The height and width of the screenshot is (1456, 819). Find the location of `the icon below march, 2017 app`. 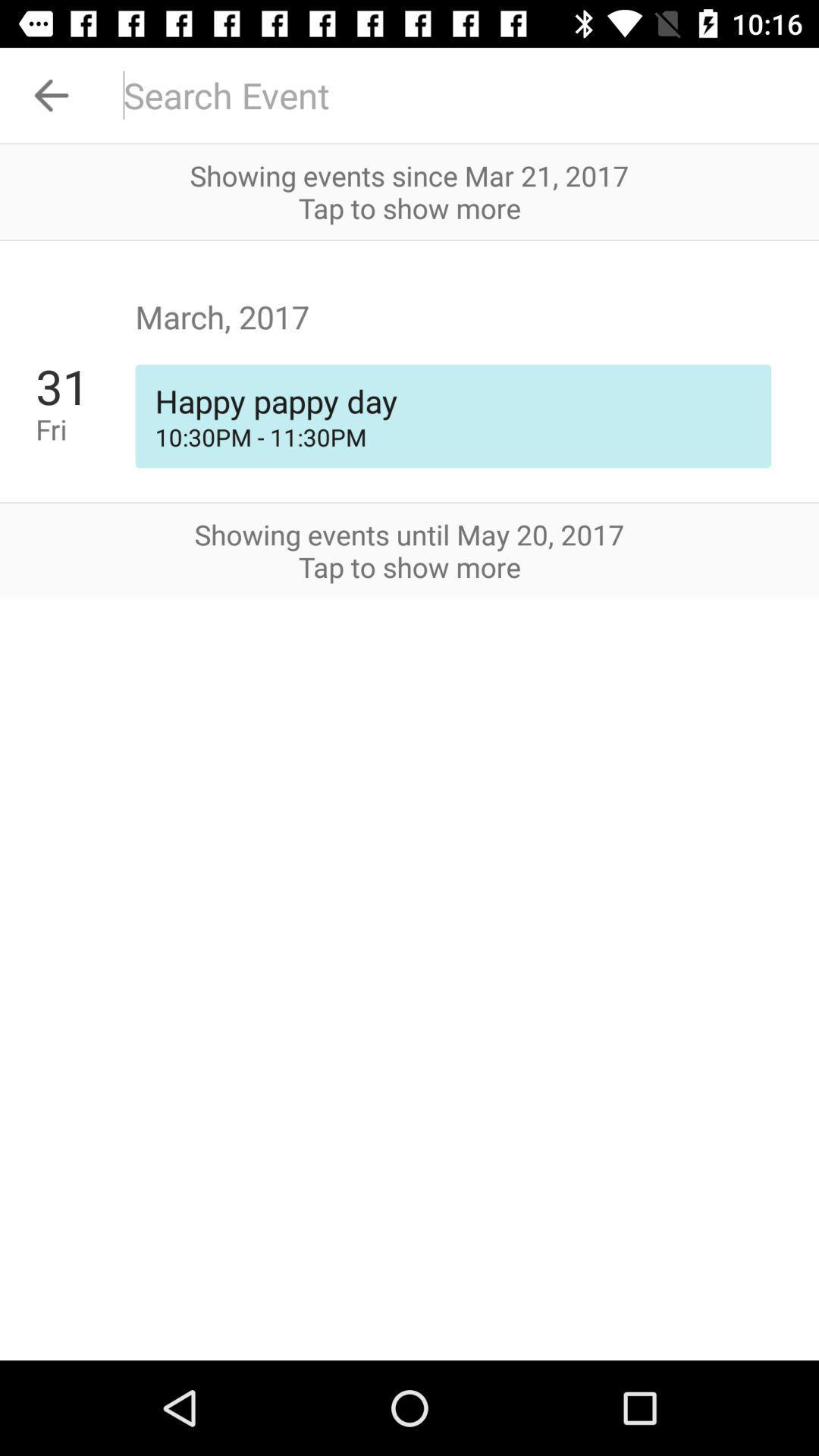

the icon below march, 2017 app is located at coordinates (85, 386).